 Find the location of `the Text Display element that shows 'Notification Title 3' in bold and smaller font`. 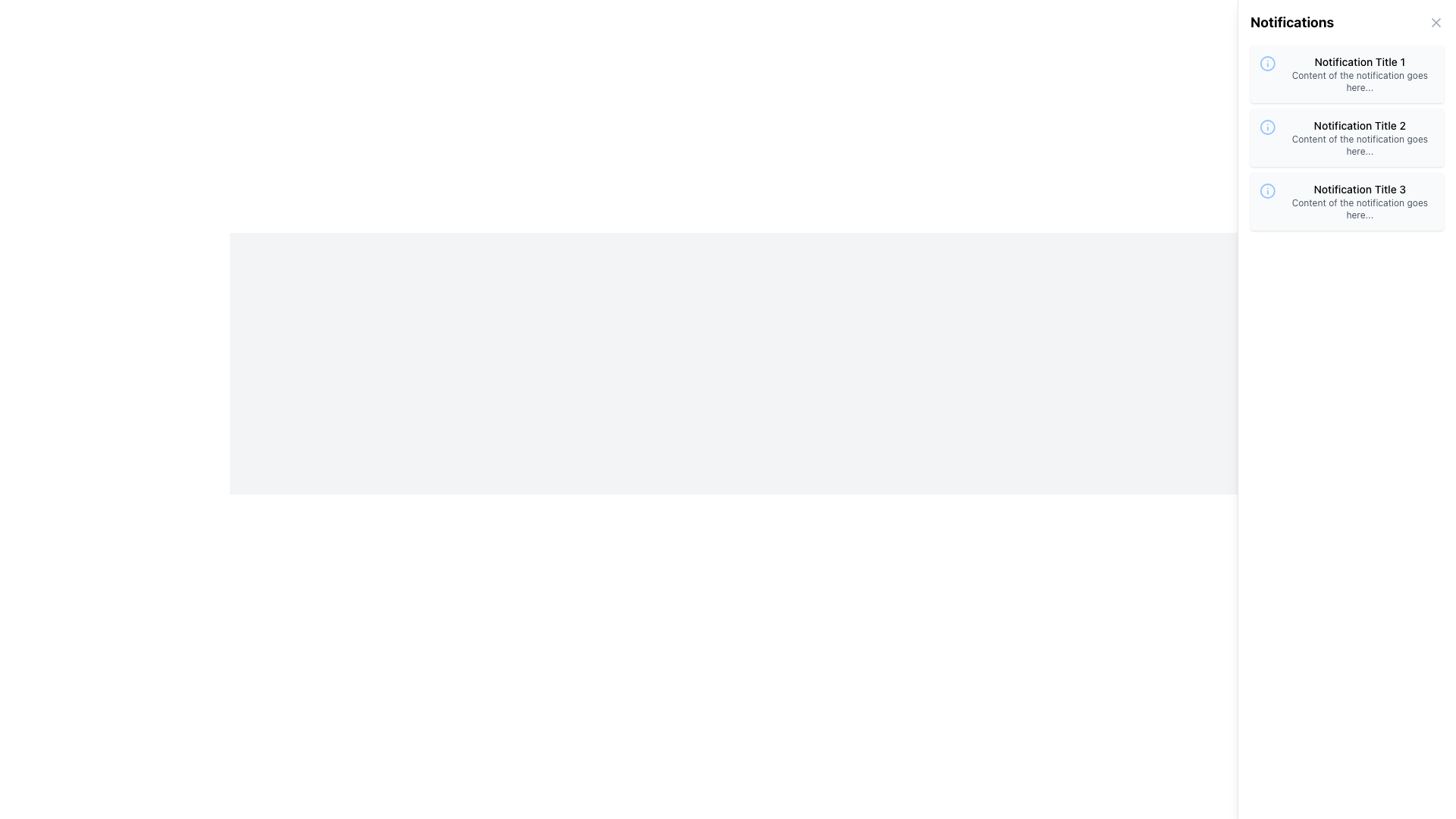

the Text Display element that shows 'Notification Title 3' in bold and smaller font is located at coordinates (1360, 189).